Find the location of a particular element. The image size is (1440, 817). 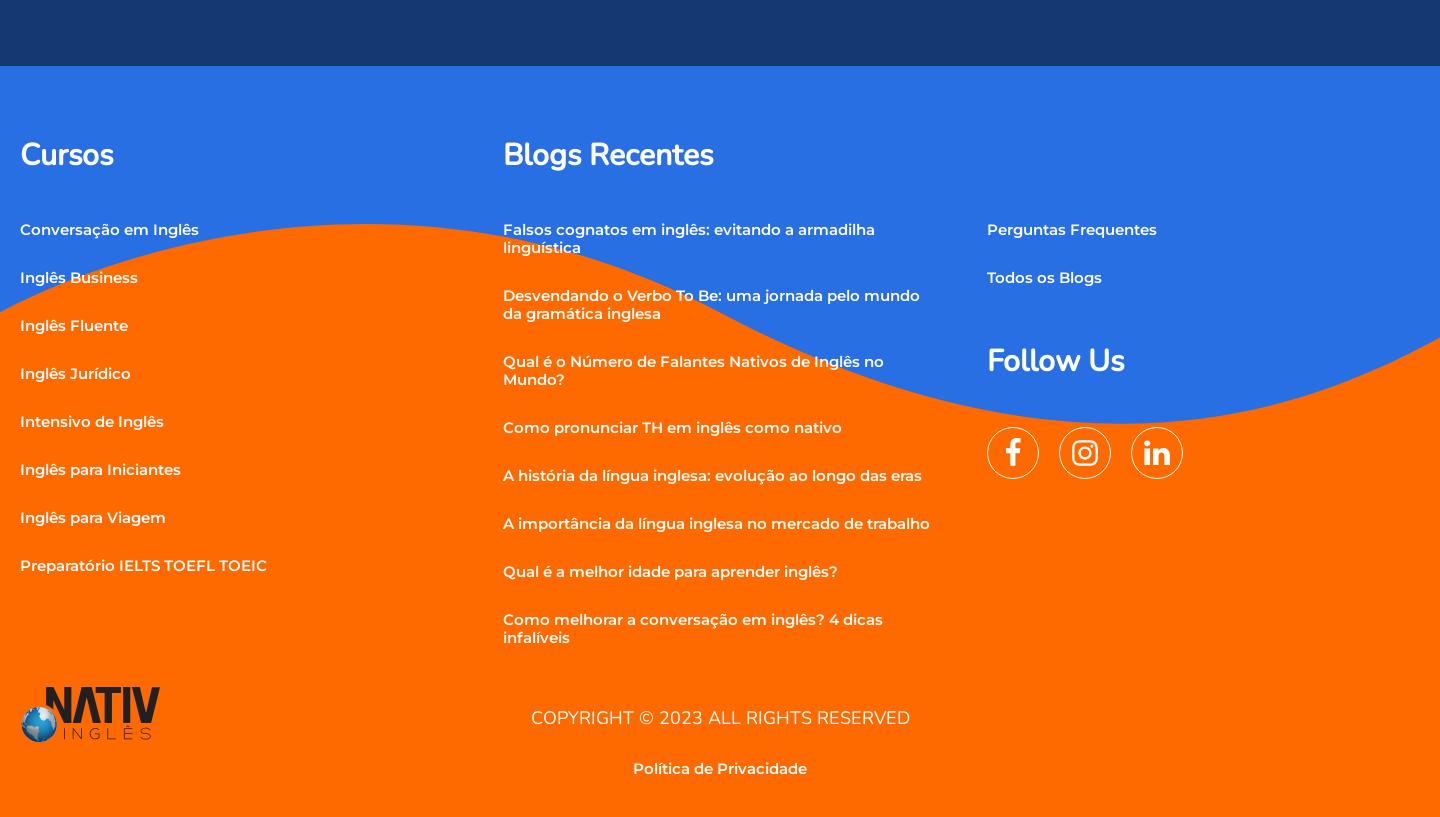

'Copyright © 2023 All Rights Reserved' is located at coordinates (719, 715).